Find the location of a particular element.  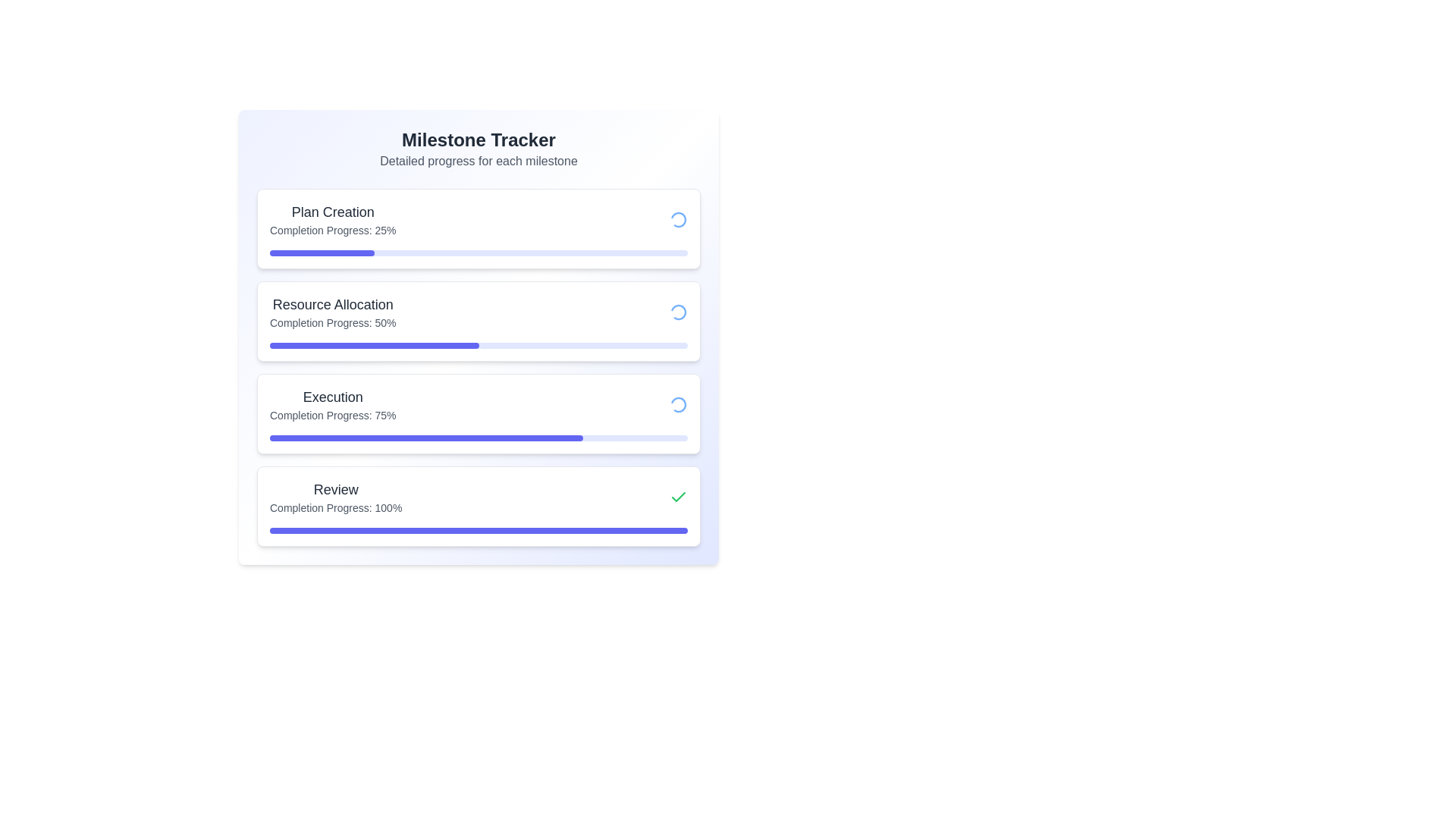

the Text Display element that shows the title 'Review' and indicates 100% completion progress, located in the fourth section of the vertical milestone tracker list is located at coordinates (335, 497).